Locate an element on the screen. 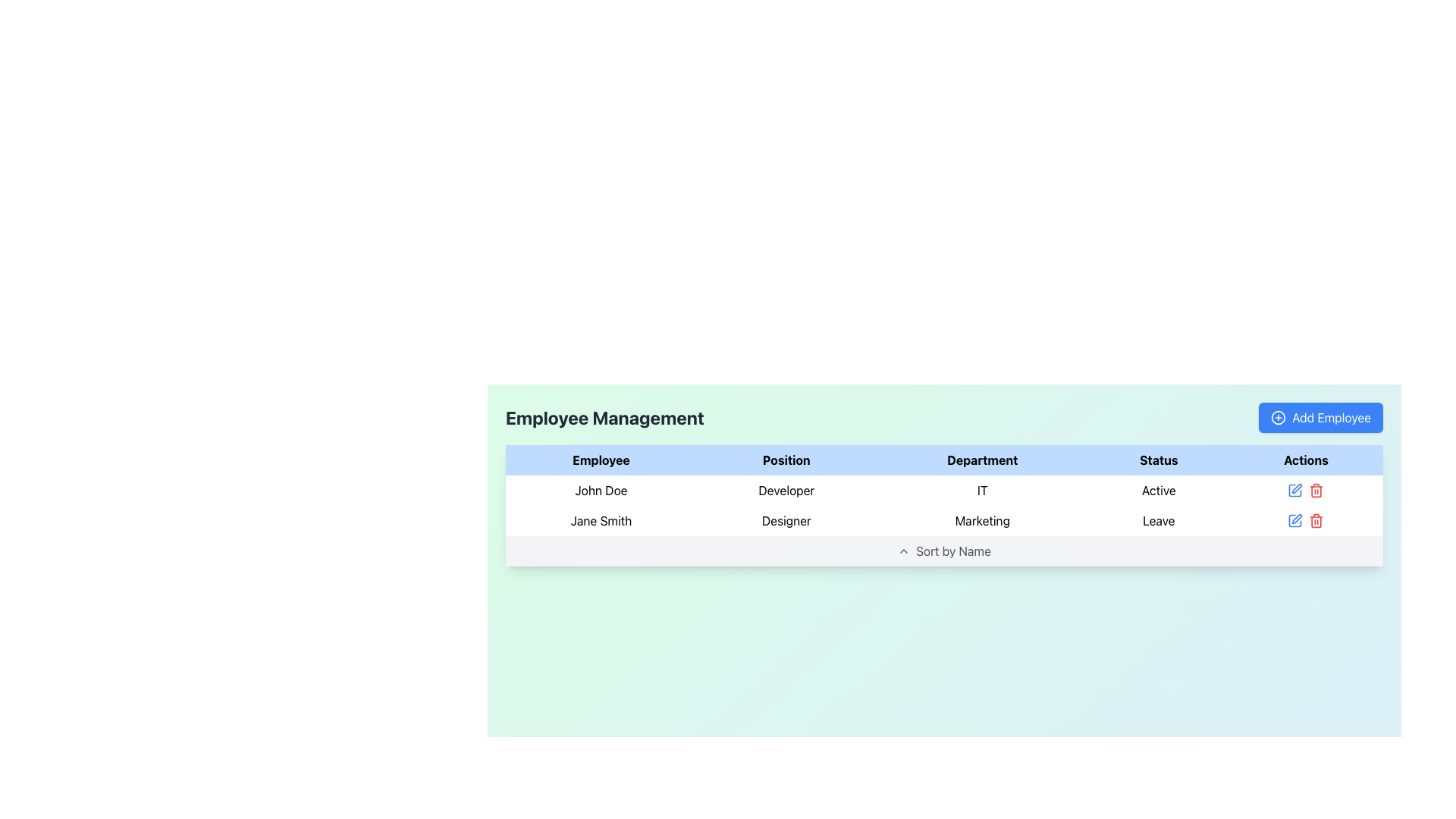  the second component of the trashcan icon in the Actions column of the table, which represents a delete or remove action is located at coordinates (1316, 521).